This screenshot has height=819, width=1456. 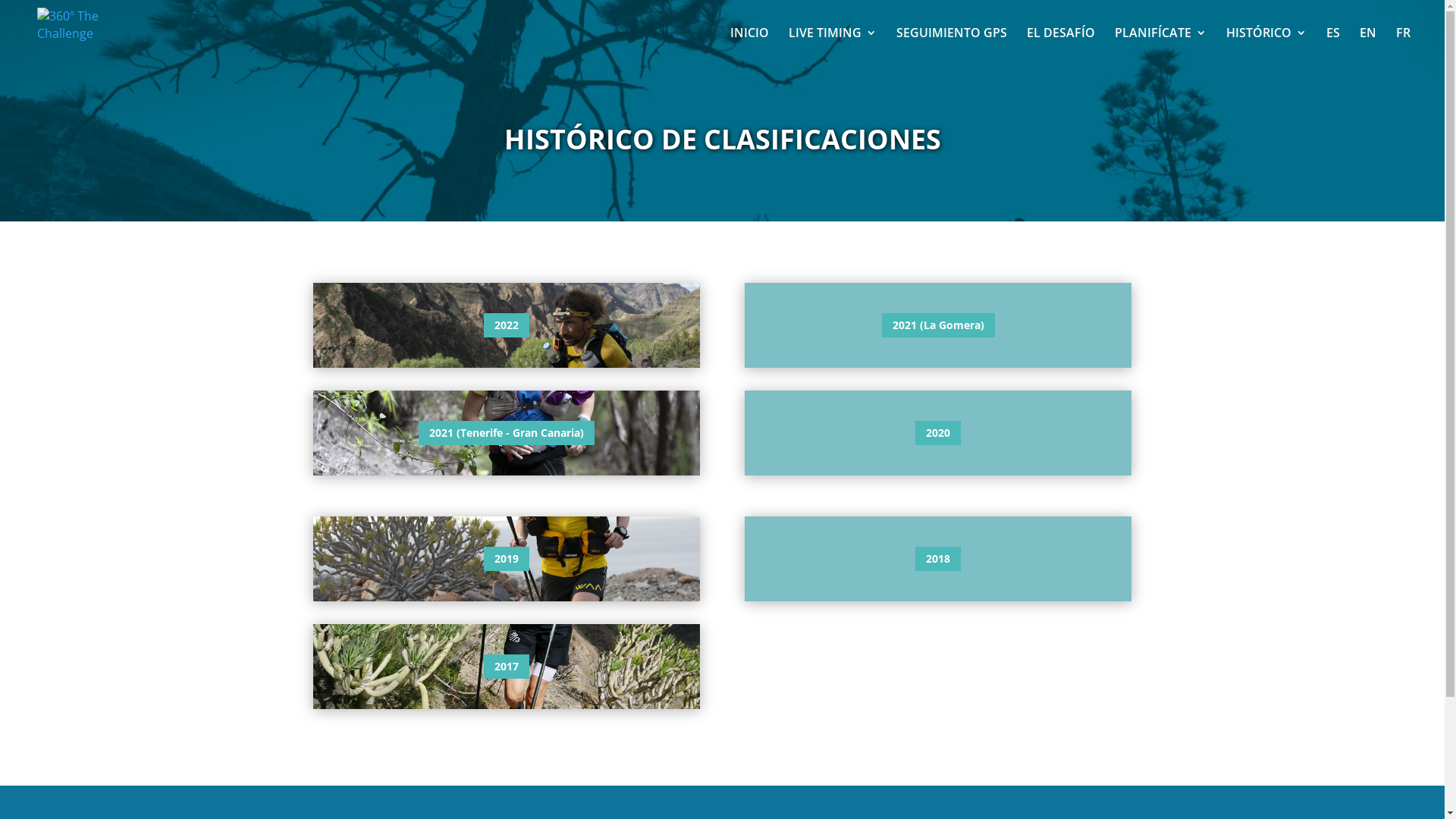 What do you see at coordinates (1332, 45) in the screenshot?
I see `'ES'` at bounding box center [1332, 45].